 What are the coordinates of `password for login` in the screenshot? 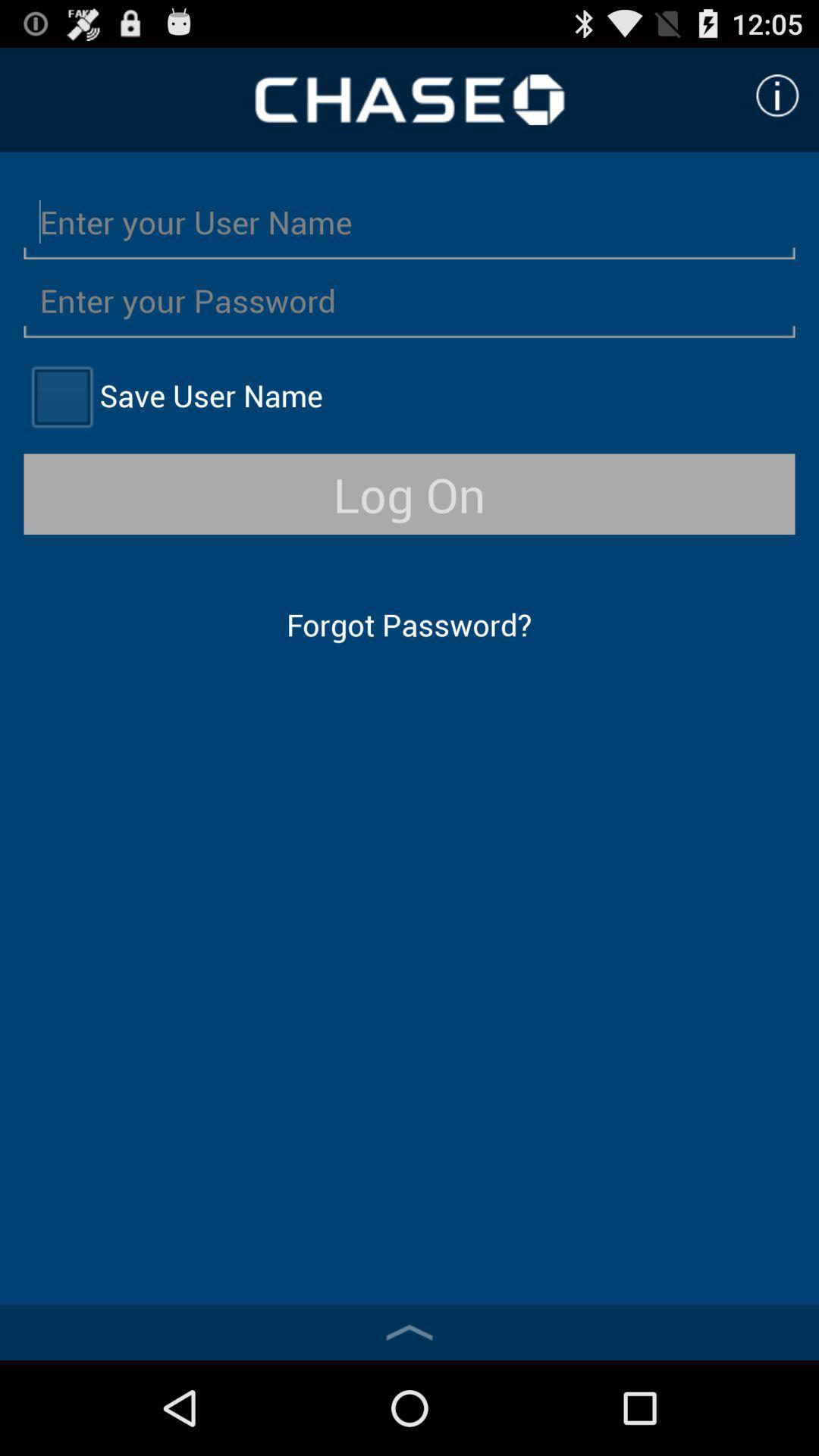 It's located at (409, 300).